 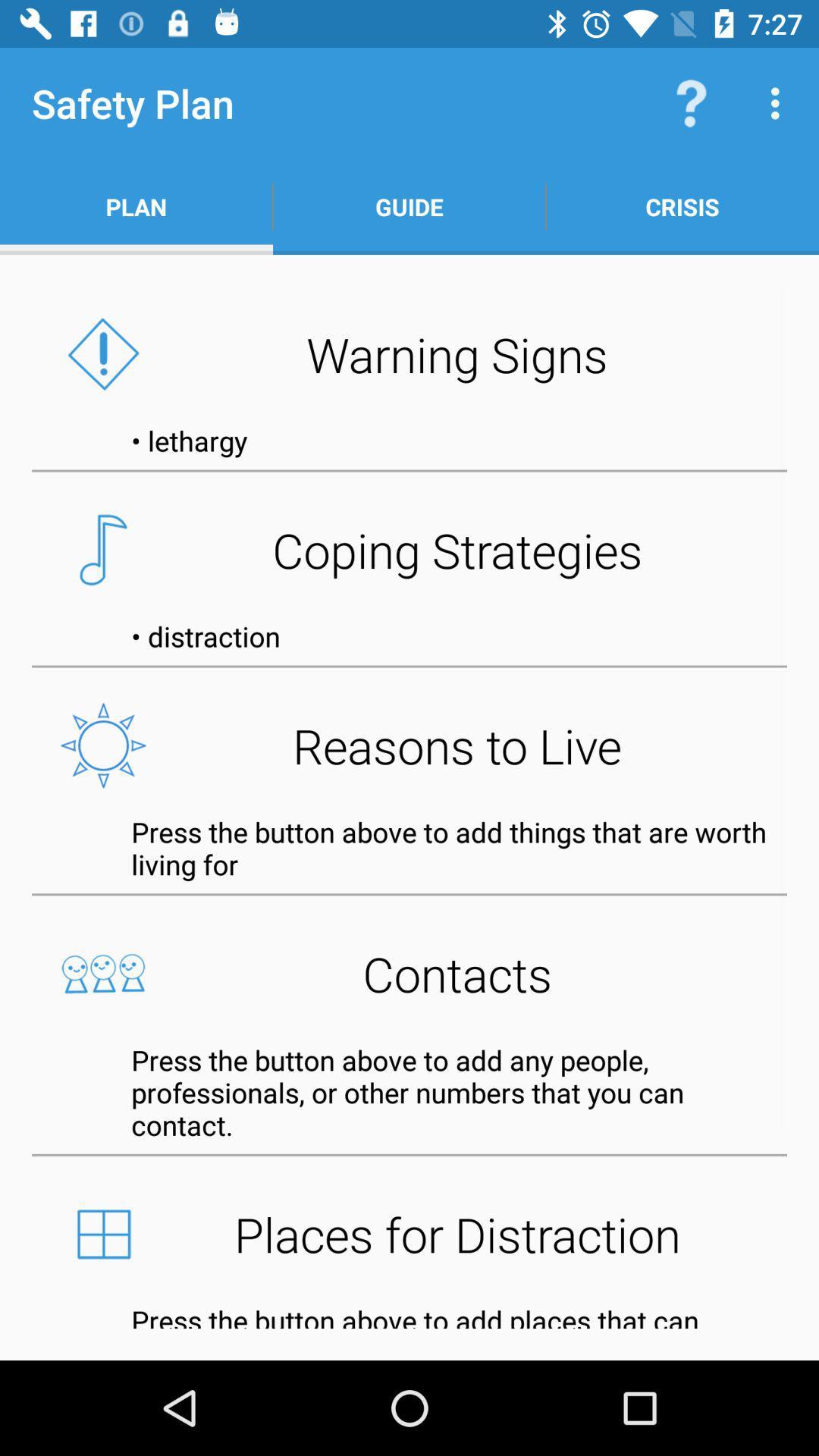 I want to click on contacts, so click(x=409, y=974).